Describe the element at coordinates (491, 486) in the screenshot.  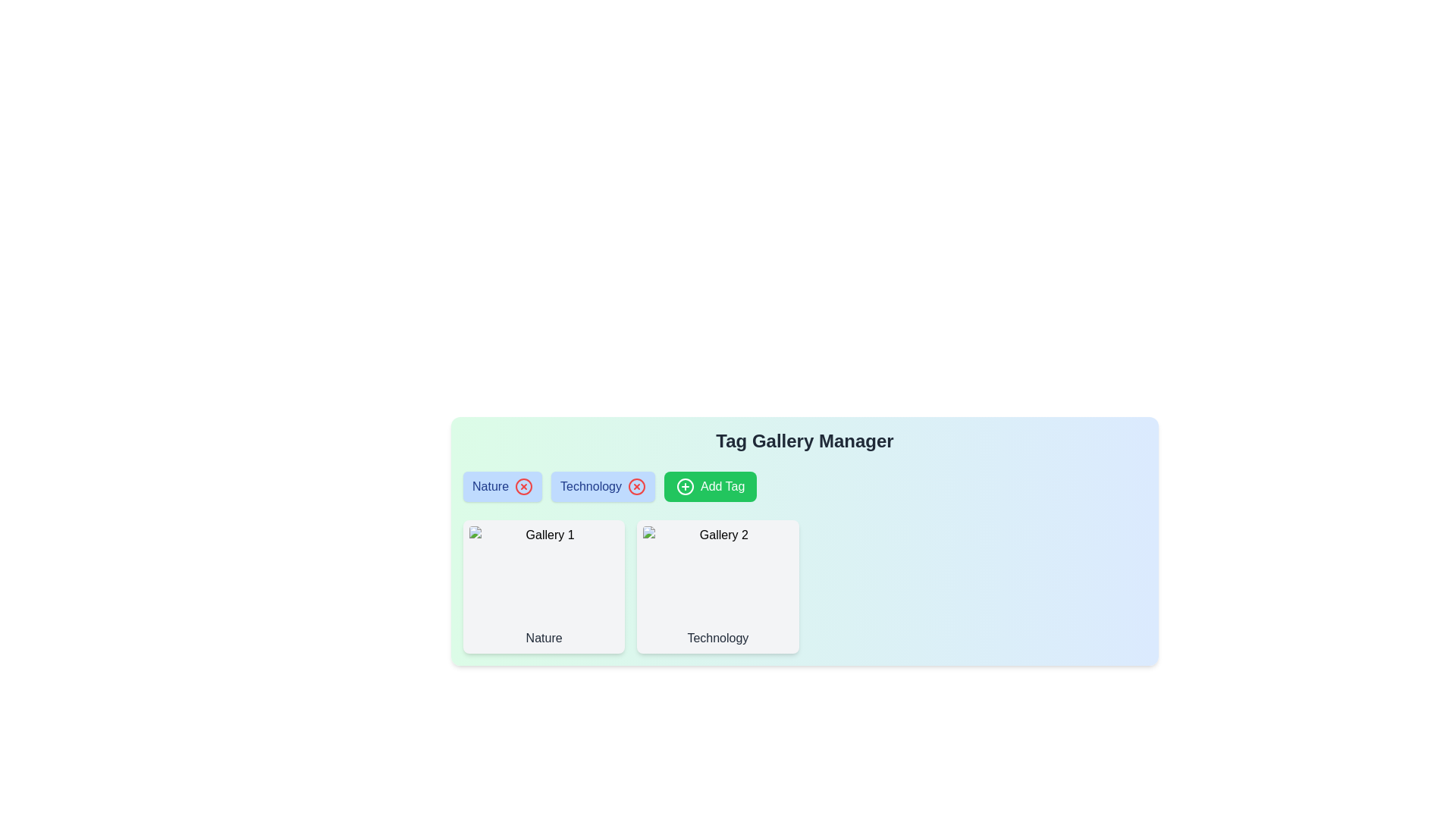
I see `the text label displaying 'Nature' in bold blue font, located on the left side of a blue pill-shaped tag` at that location.